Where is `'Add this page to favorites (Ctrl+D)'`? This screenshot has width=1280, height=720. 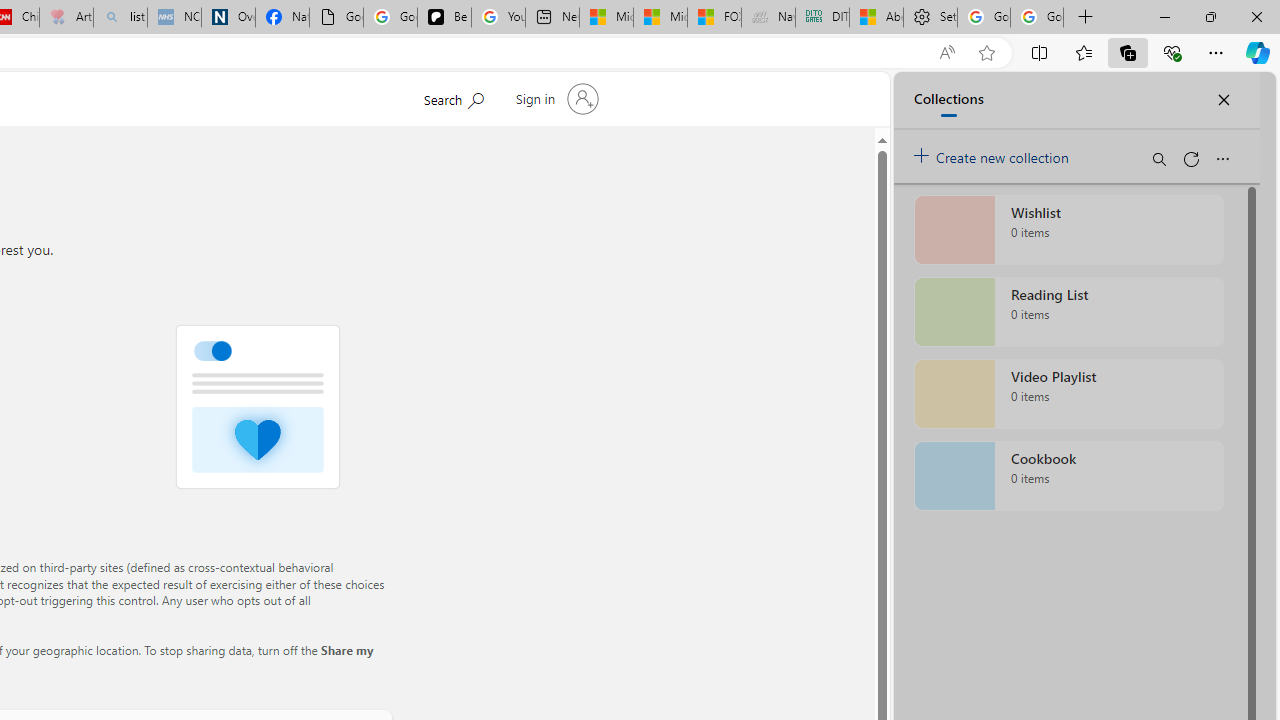 'Add this page to favorites (Ctrl+D)' is located at coordinates (986, 52).